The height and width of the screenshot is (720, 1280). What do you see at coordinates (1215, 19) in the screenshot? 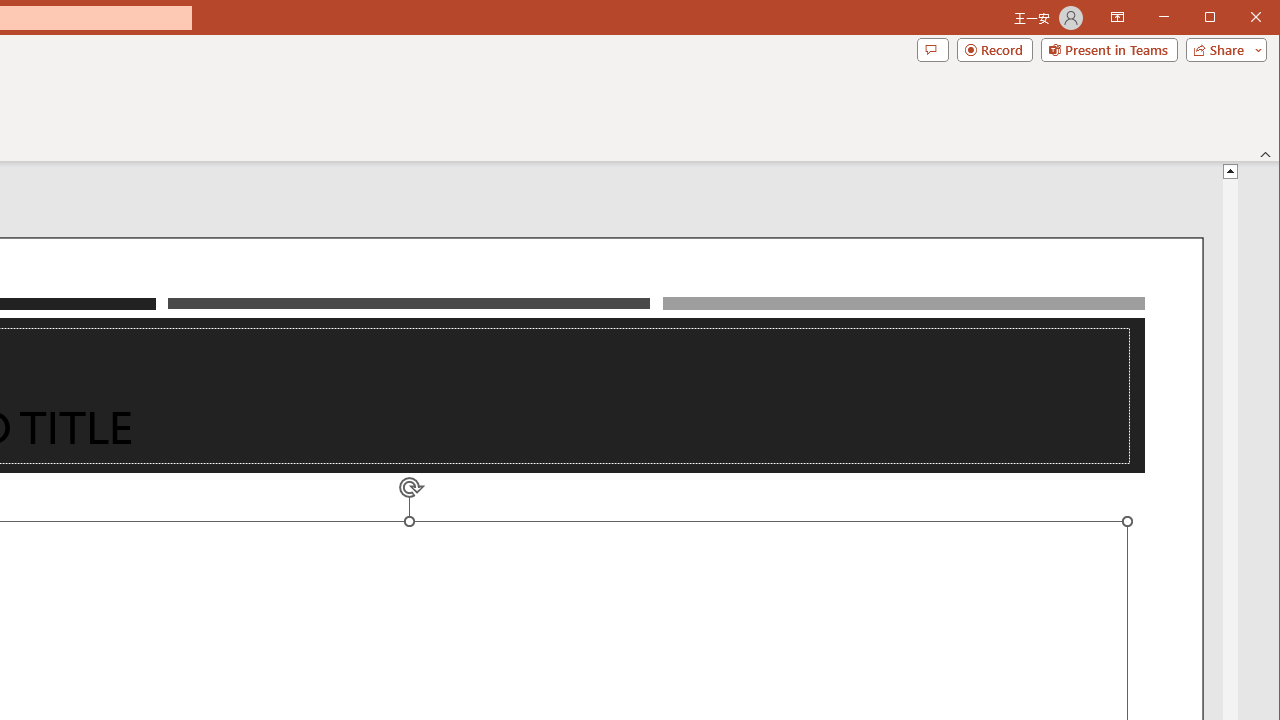
I see `'Minimize'` at bounding box center [1215, 19].